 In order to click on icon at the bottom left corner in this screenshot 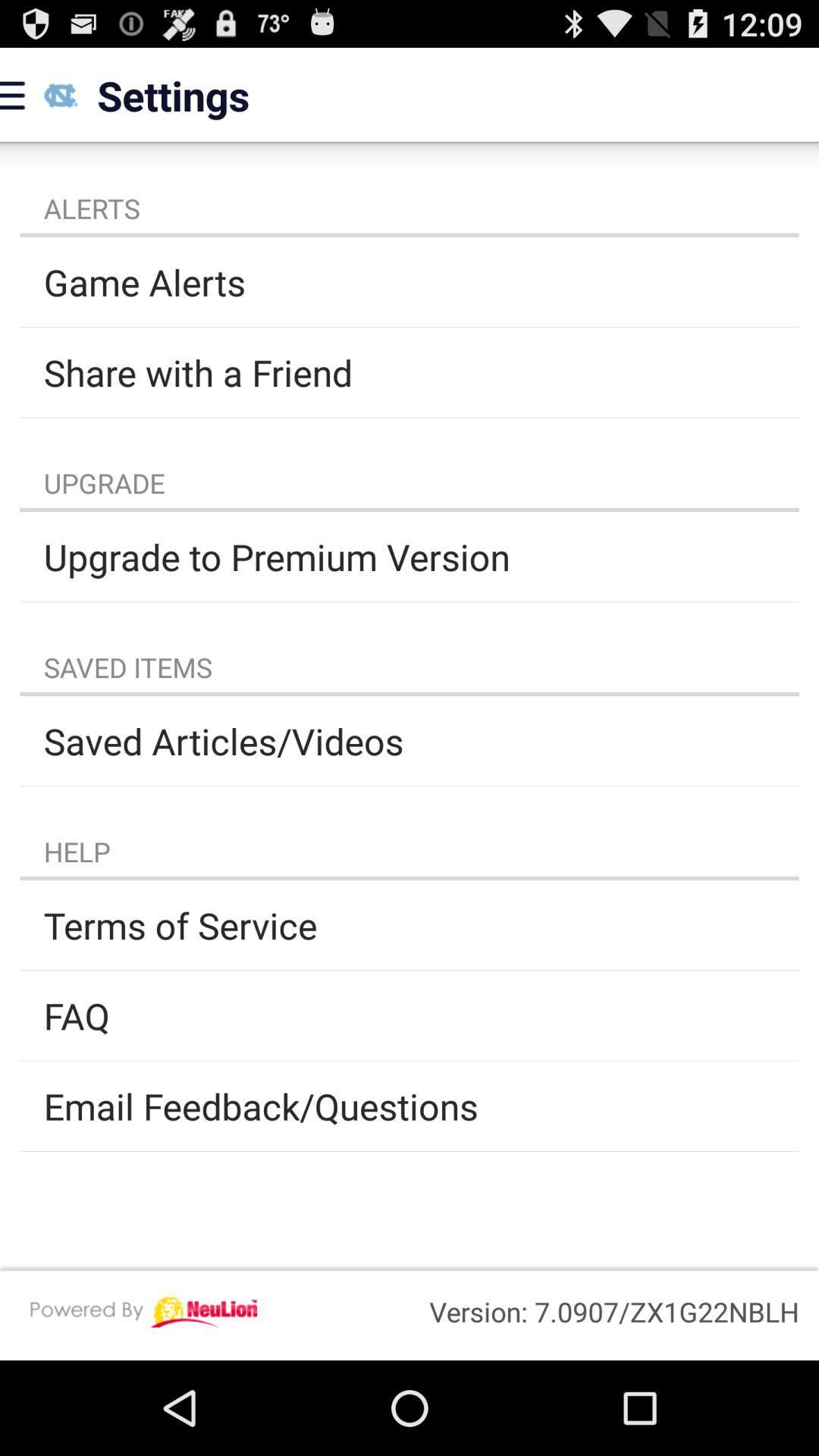, I will do `click(143, 1311)`.